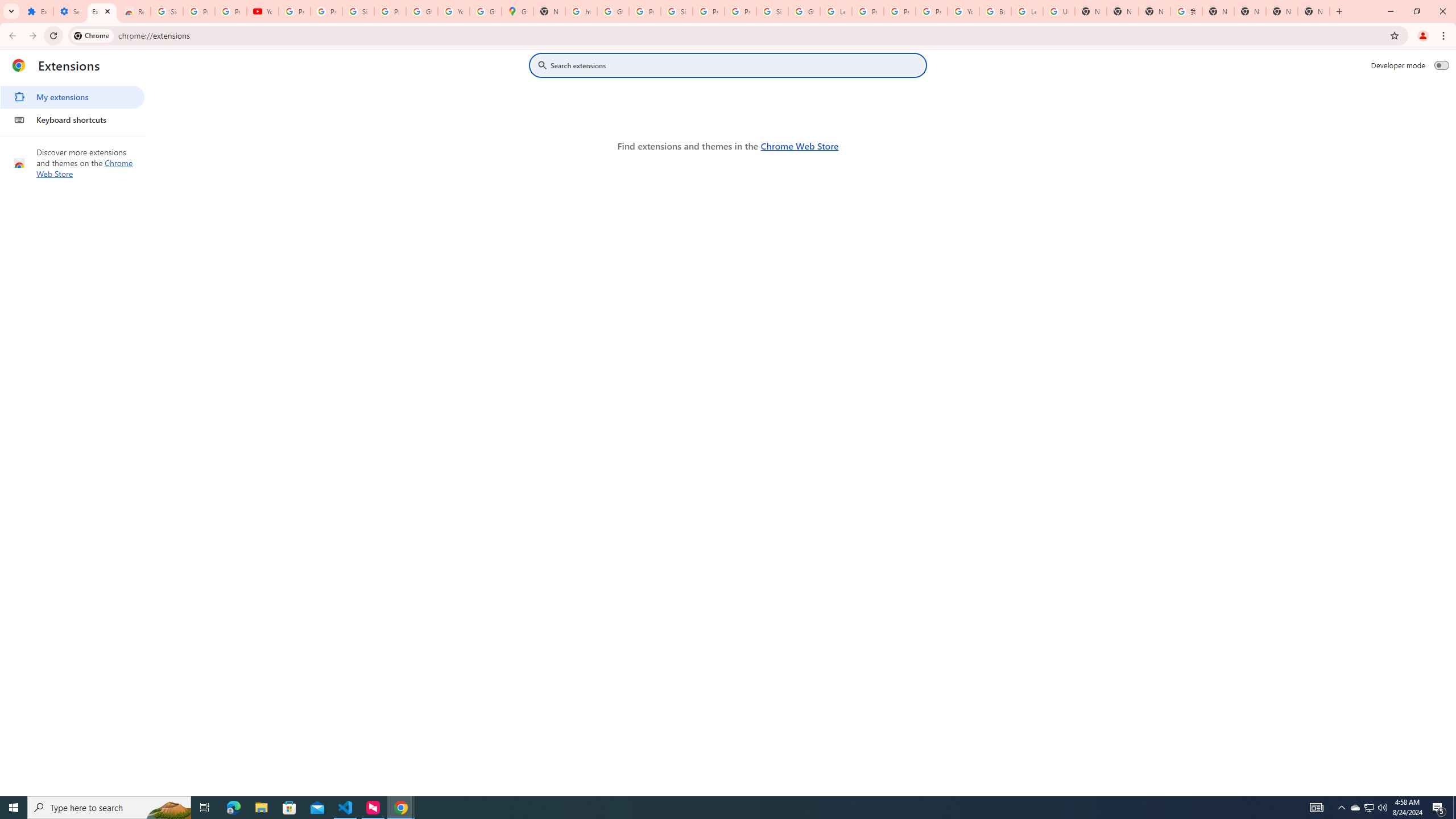 This screenshot has width=1456, height=819. What do you see at coordinates (735, 65) in the screenshot?
I see `'Search extensions'` at bounding box center [735, 65].